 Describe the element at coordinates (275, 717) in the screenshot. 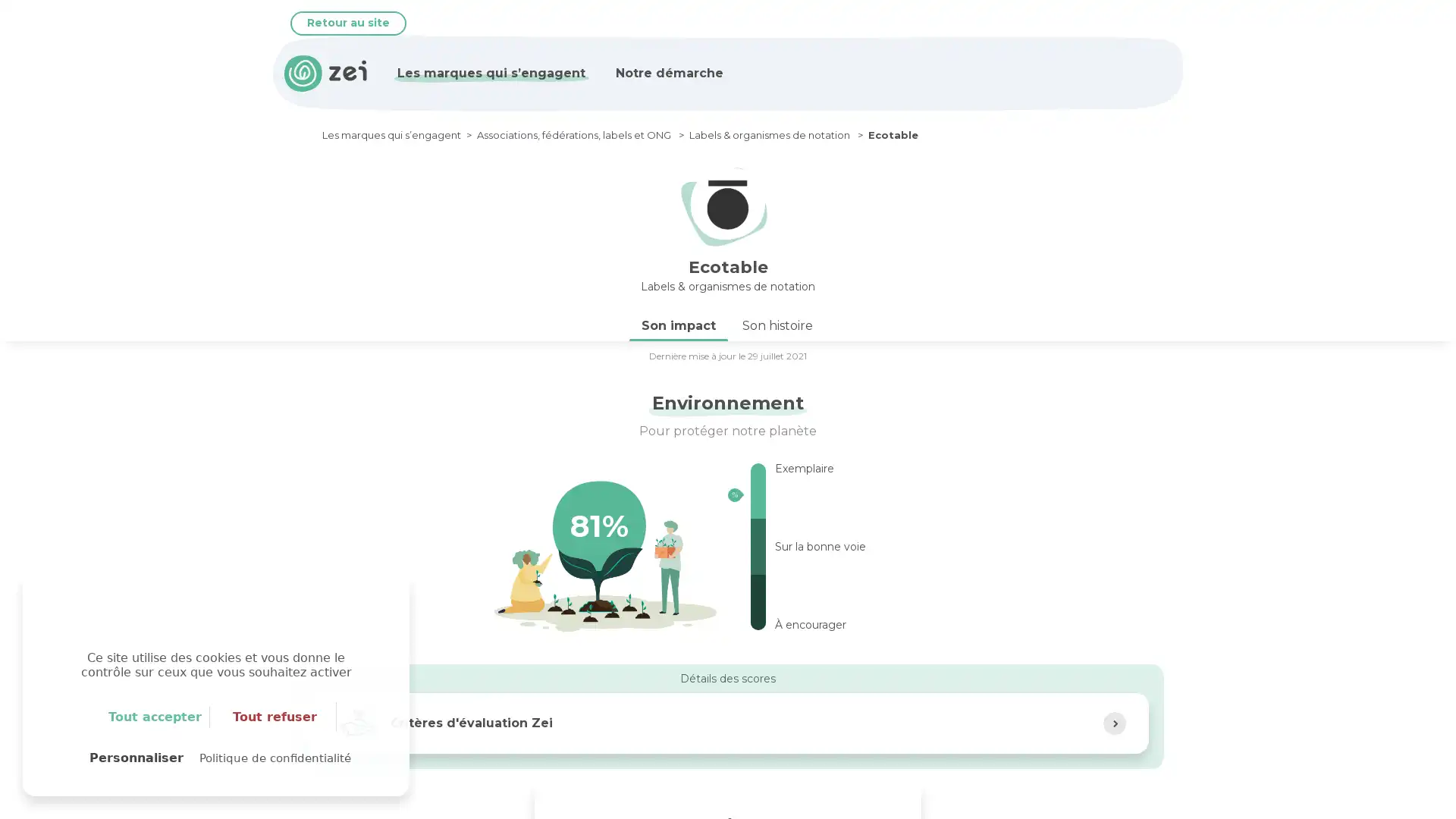

I see `Tout refuser` at that location.